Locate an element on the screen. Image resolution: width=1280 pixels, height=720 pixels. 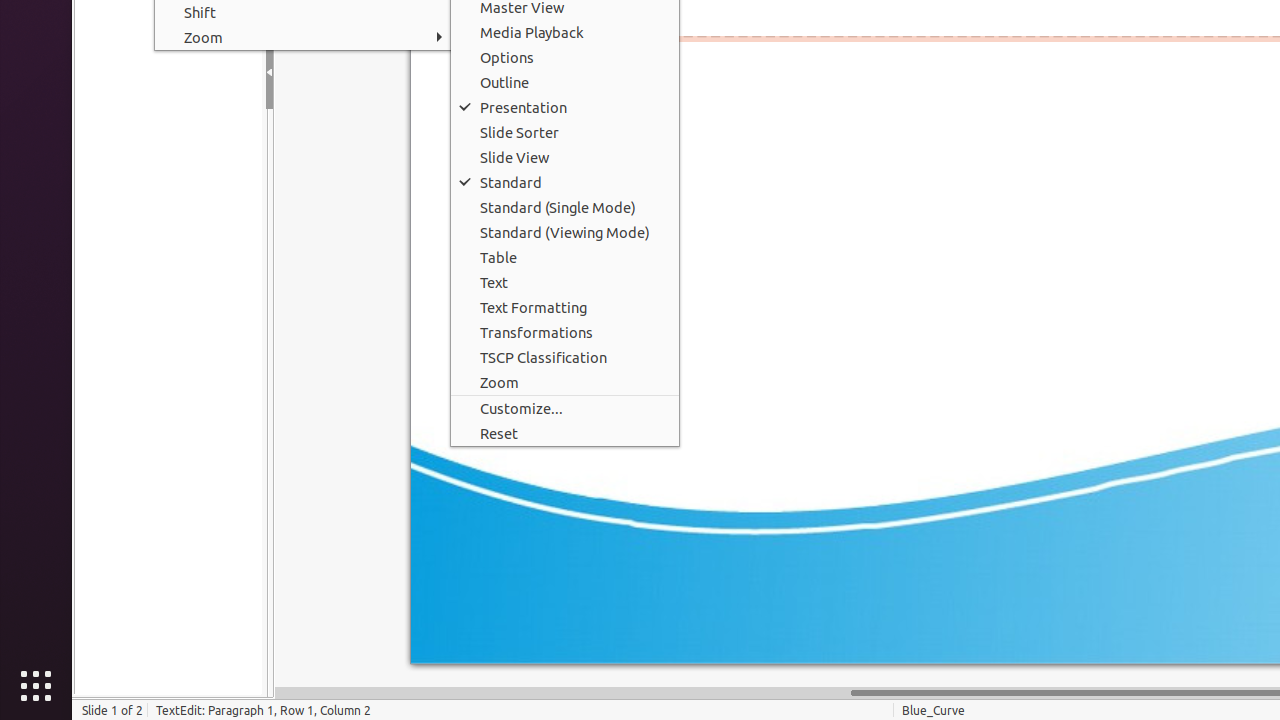
'Outline' is located at coordinates (563, 81).